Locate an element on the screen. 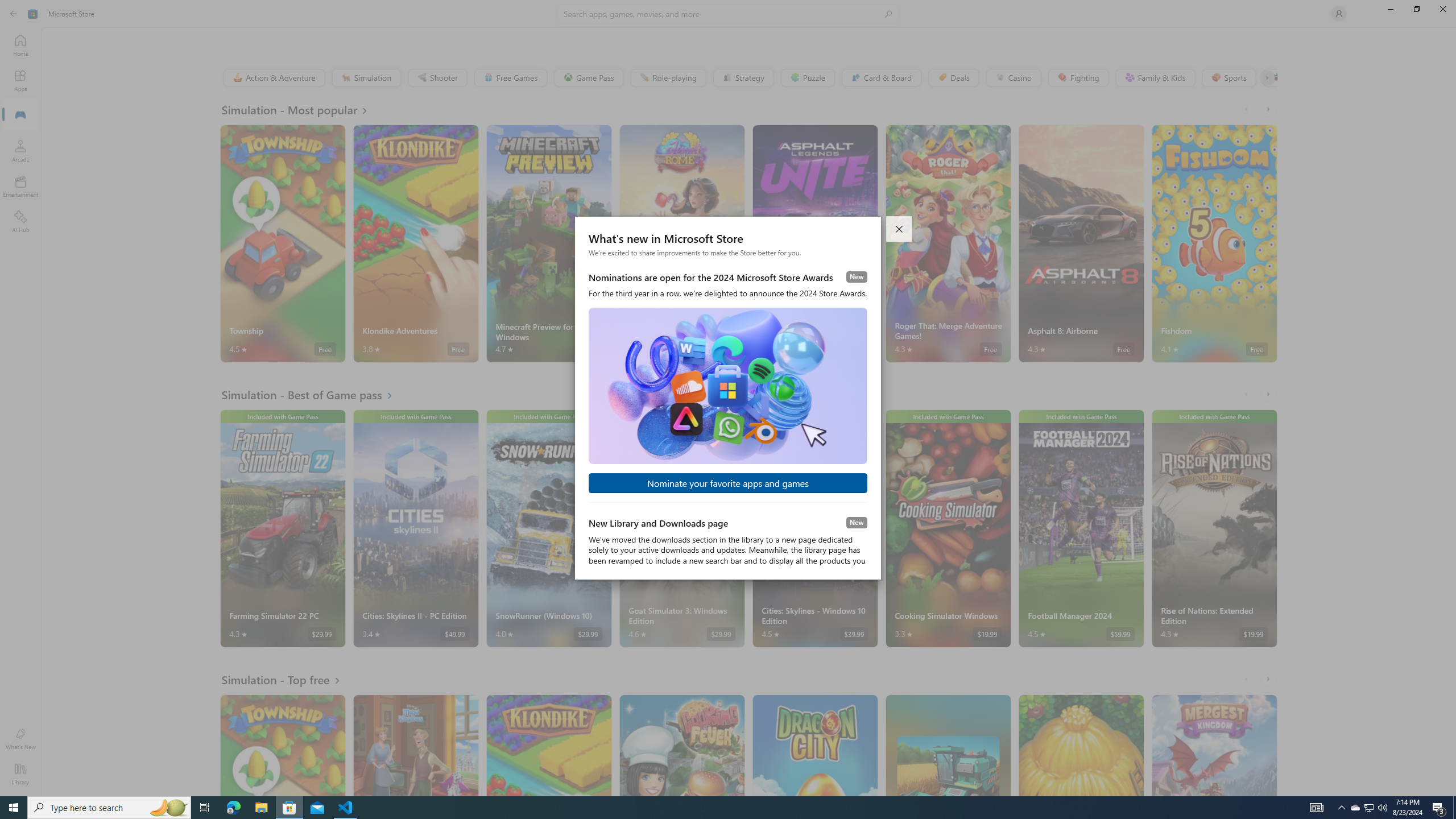 The height and width of the screenshot is (819, 1456). 'Deals' is located at coordinates (953, 77).